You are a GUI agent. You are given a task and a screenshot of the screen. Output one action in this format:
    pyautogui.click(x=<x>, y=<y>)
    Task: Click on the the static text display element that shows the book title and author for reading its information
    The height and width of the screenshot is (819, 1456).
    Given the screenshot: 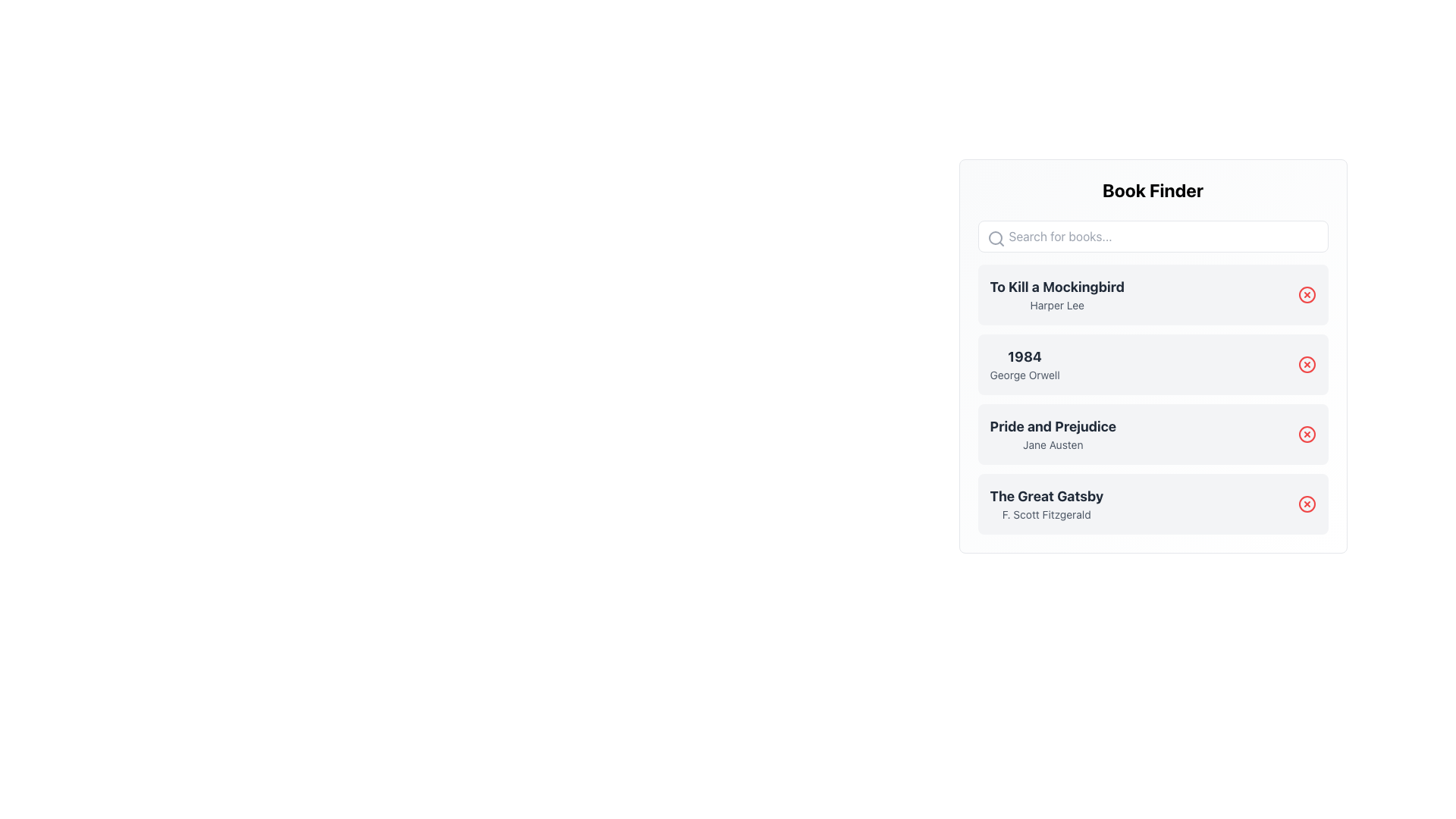 What is the action you would take?
    pyautogui.click(x=1056, y=295)
    